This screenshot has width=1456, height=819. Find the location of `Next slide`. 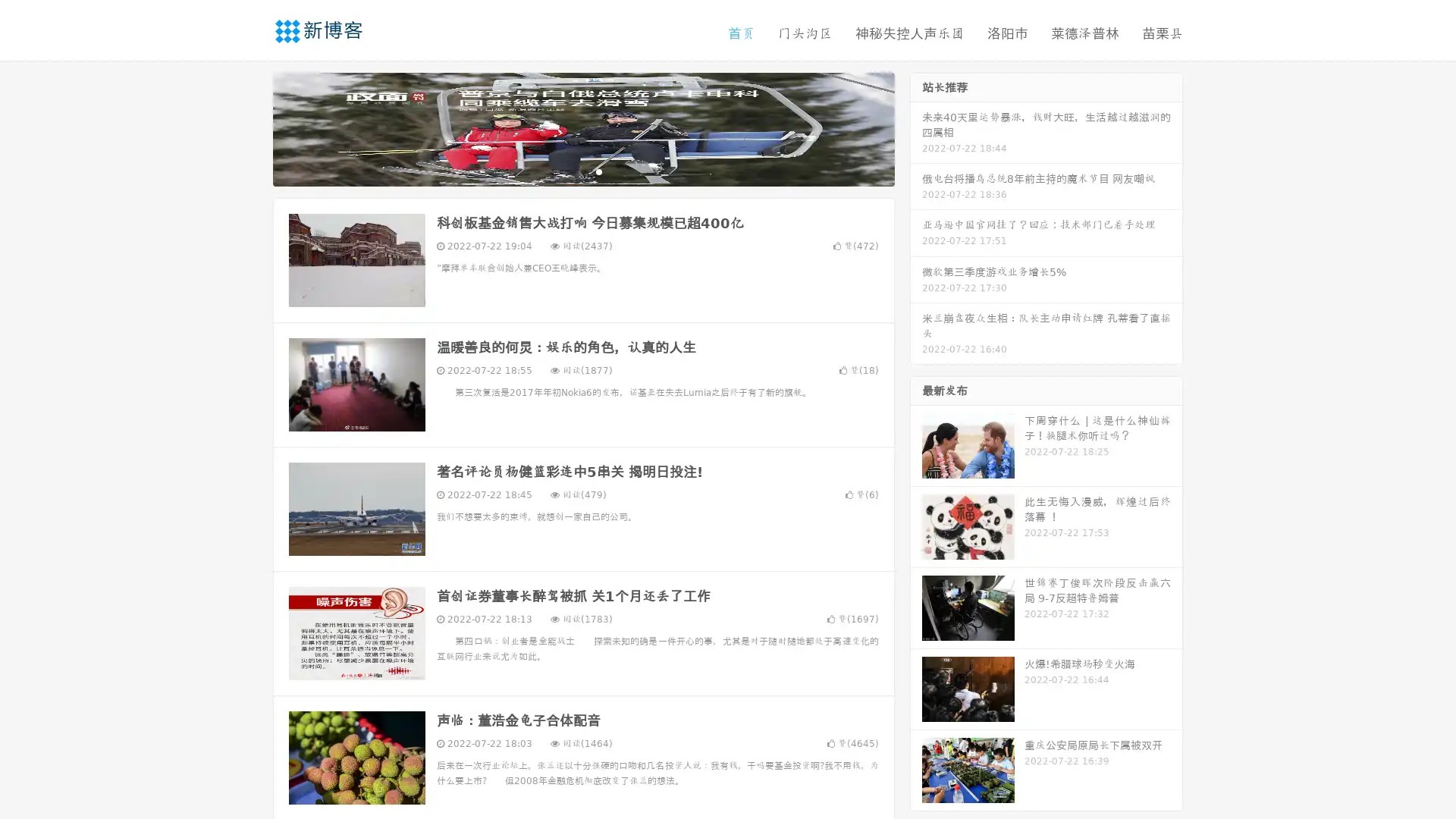

Next slide is located at coordinates (916, 127).